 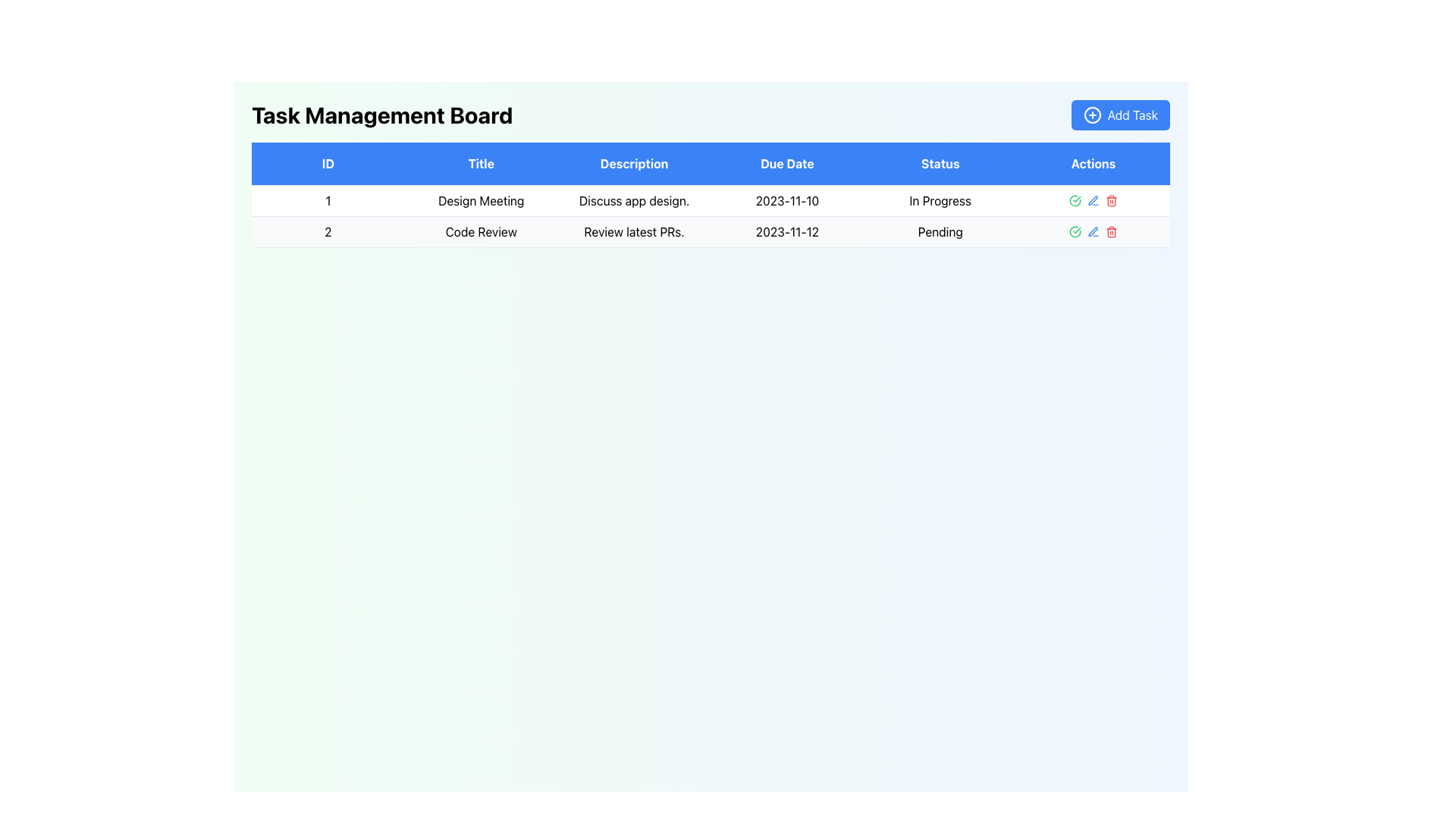 What do you see at coordinates (1112, 200) in the screenshot?
I see `the small red trash bin icon located at the far right of the 'Actions' column in the second row of the table` at bounding box center [1112, 200].